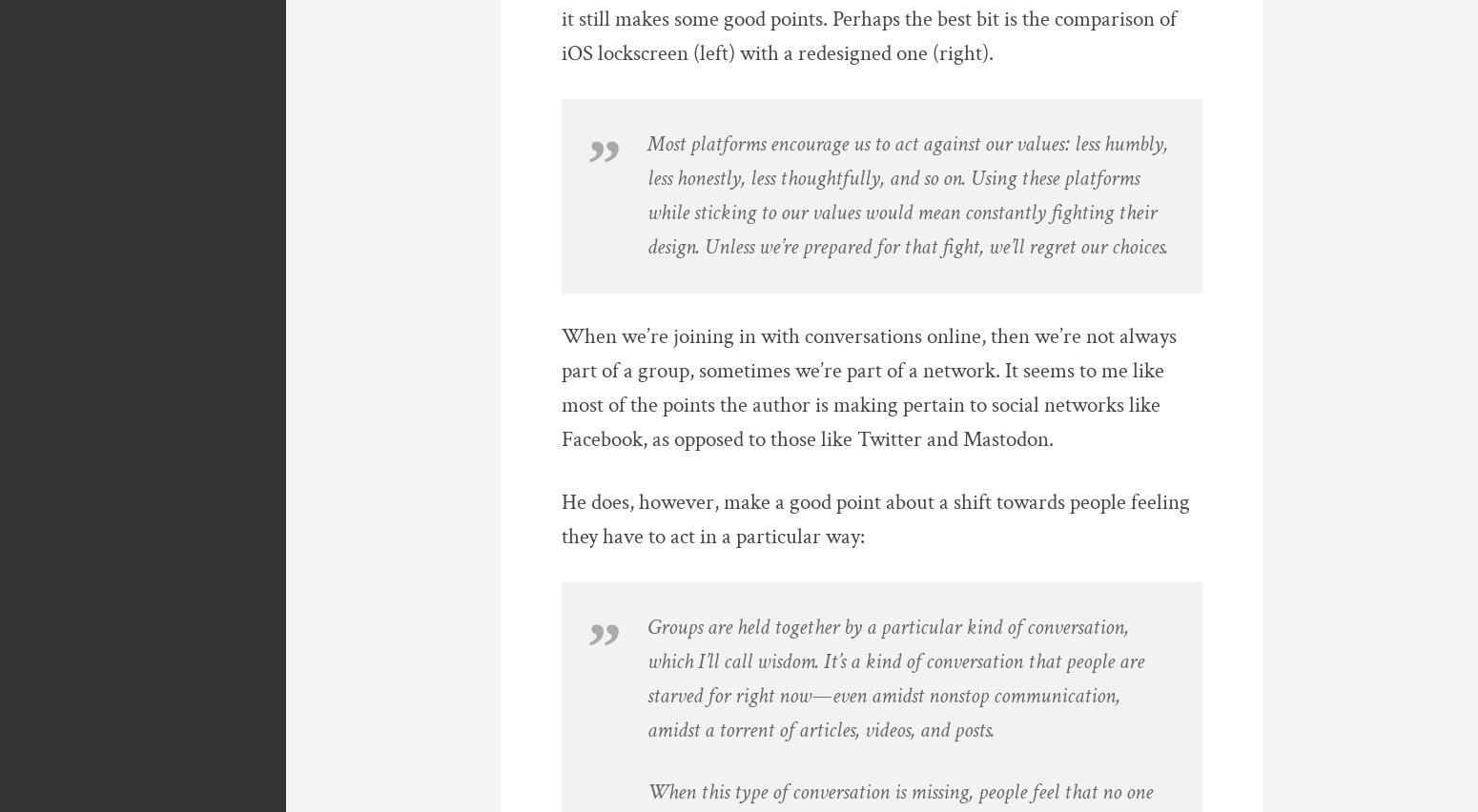 The image size is (1478, 812). What do you see at coordinates (708, 178) in the screenshot?
I see `'honestly'` at bounding box center [708, 178].